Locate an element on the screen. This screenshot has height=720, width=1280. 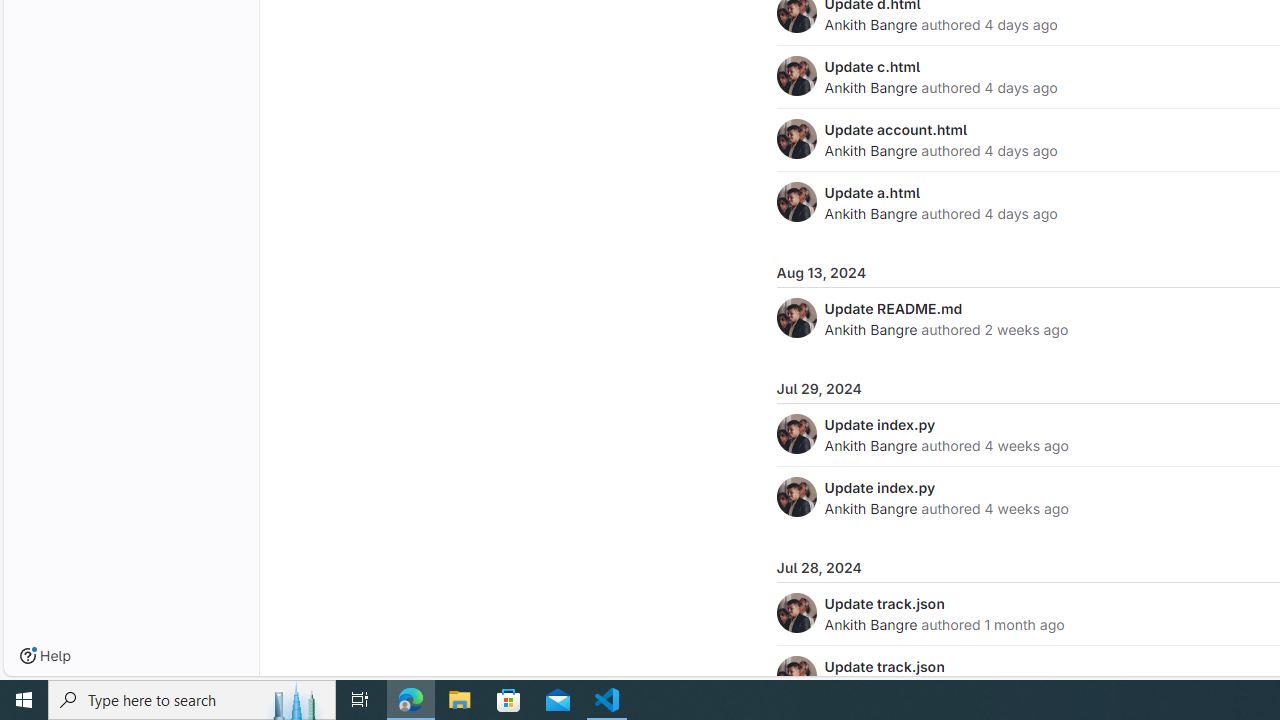
'Help' is located at coordinates (45, 655).